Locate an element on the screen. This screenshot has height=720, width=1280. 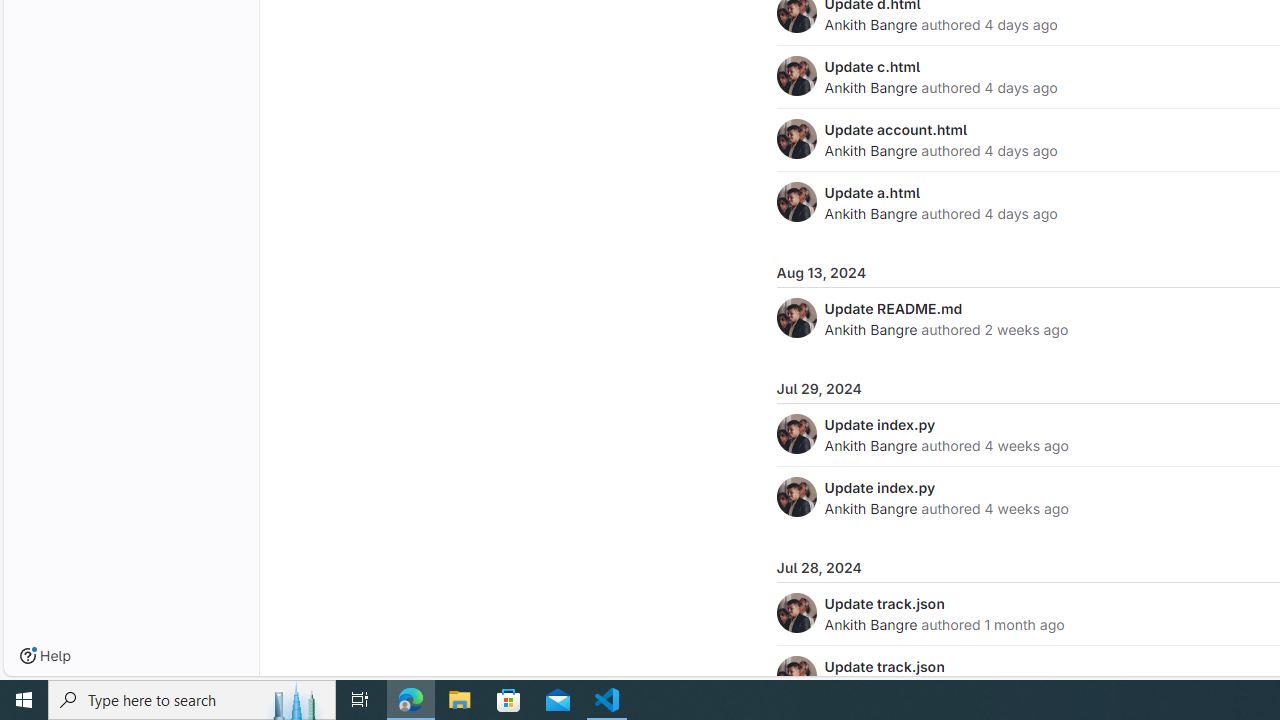
'Help' is located at coordinates (45, 655).